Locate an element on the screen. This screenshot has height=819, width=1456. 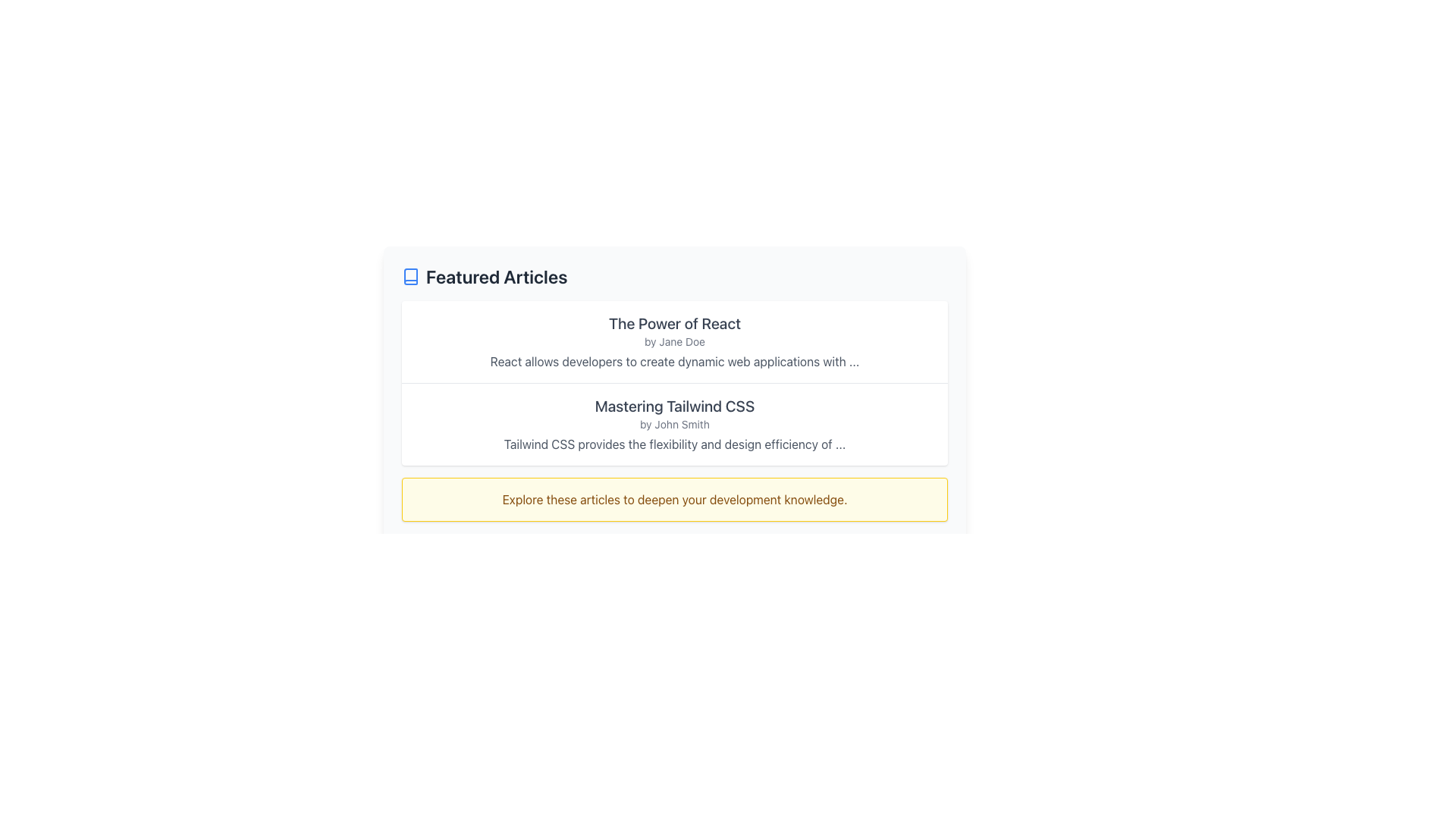
the book icon, which is a light blue outlined icon resembling an opened book, located to the left of the 'Featured Articles' text at the top of the interface is located at coordinates (411, 277).